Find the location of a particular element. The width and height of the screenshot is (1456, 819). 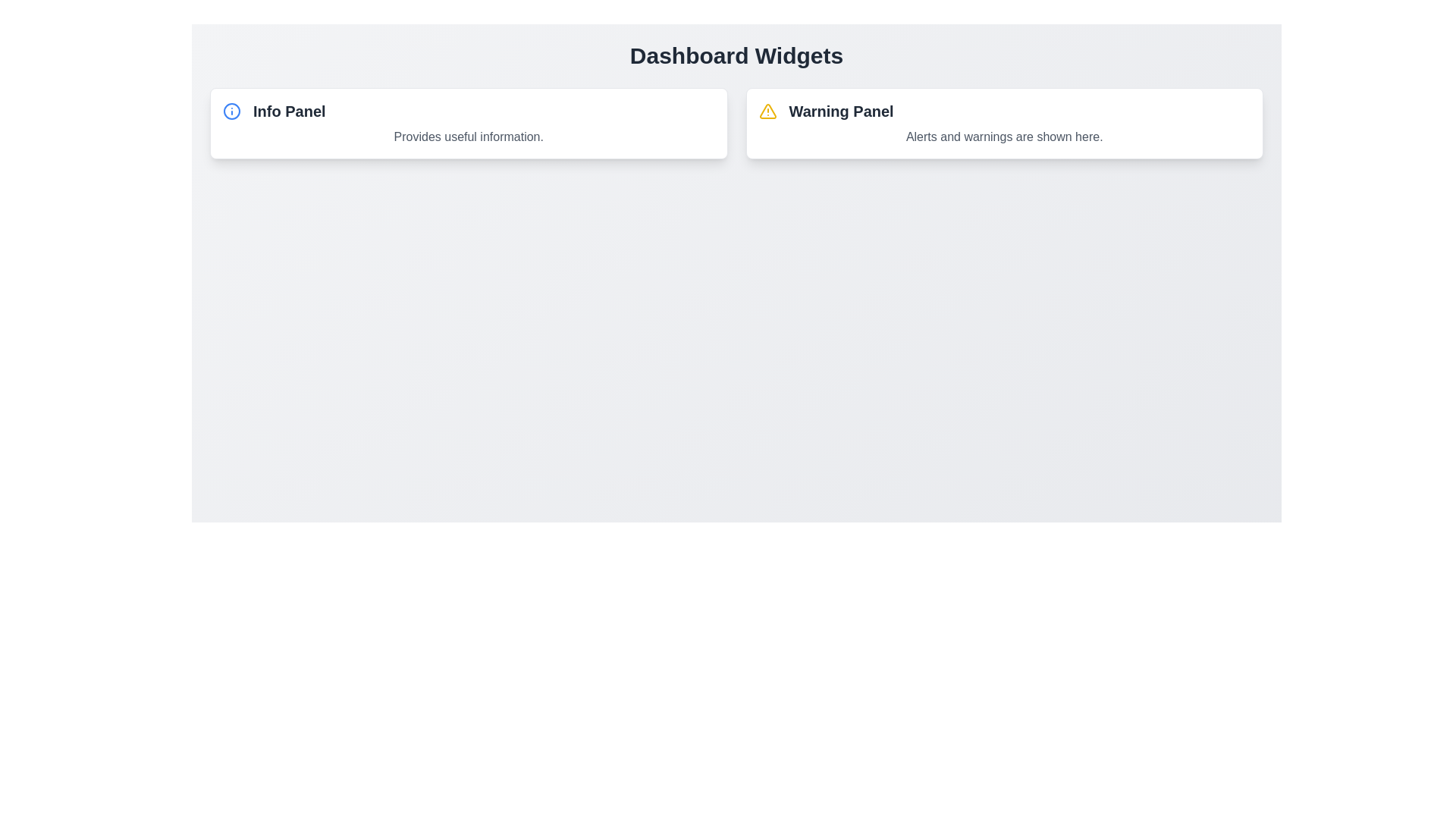

the triangular alert symbol icon outlined in yellow with a black border, which contains a vertical exclamation mark, located within the 'Warning Panel' card adjacent to the title text is located at coordinates (767, 110).